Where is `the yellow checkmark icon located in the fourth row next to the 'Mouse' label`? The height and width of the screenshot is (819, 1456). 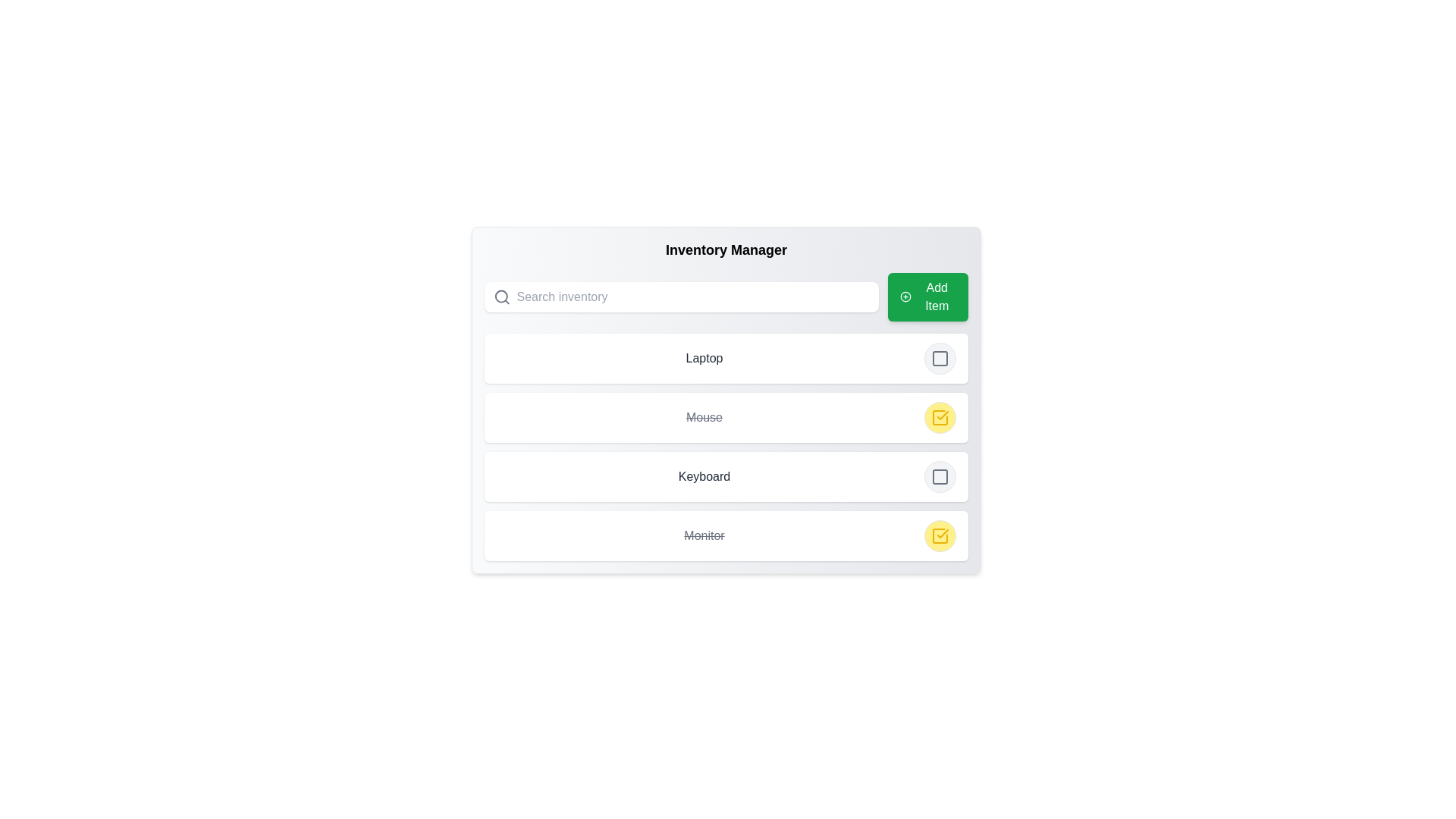
the yellow checkmark icon located in the fourth row next to the 'Mouse' label is located at coordinates (939, 418).